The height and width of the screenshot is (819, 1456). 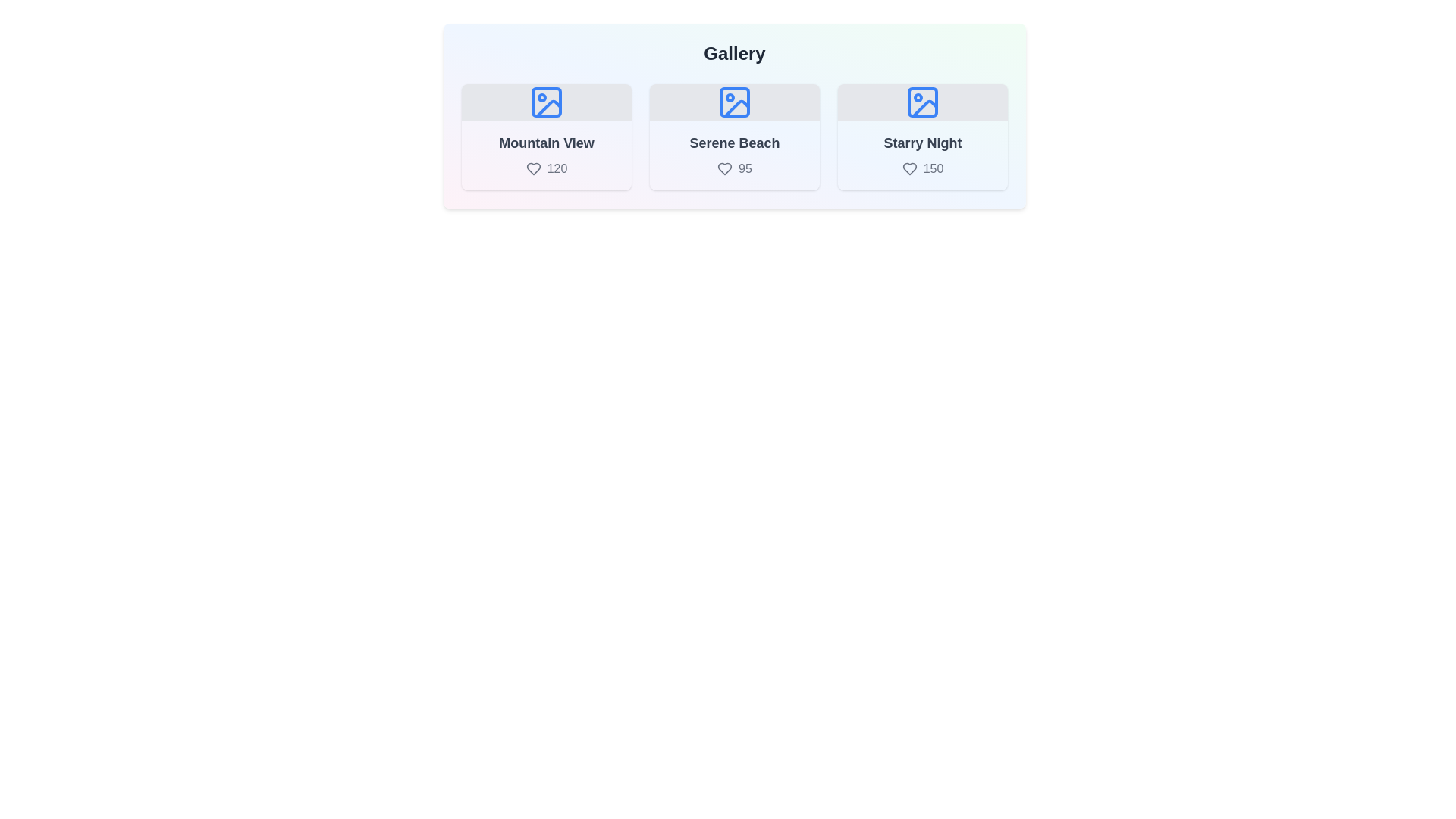 What do you see at coordinates (546, 137) in the screenshot?
I see `the image corresponding to Mountain View` at bounding box center [546, 137].